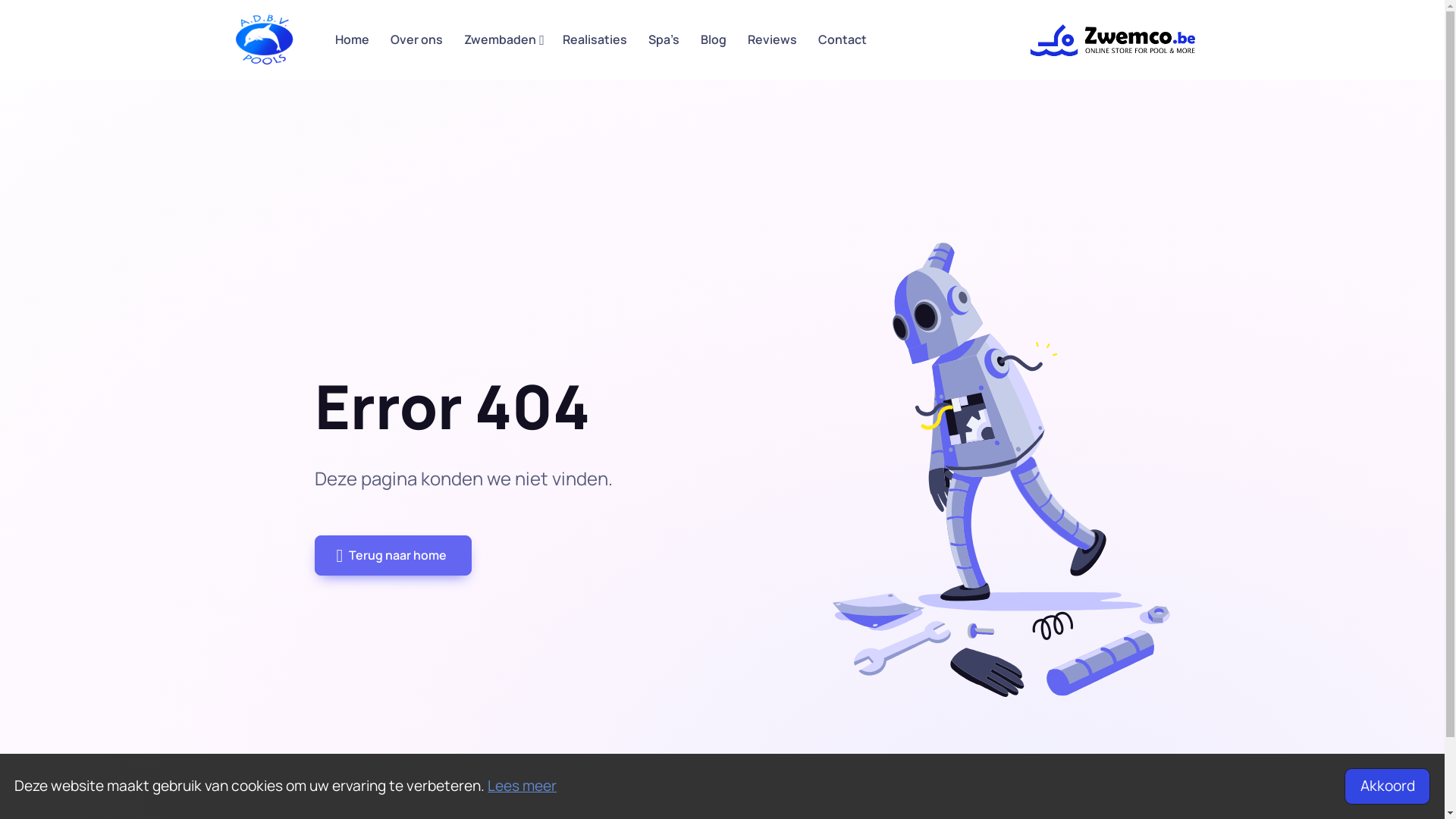 The height and width of the screenshot is (819, 1456). I want to click on 'Akkoord', so click(1386, 786).